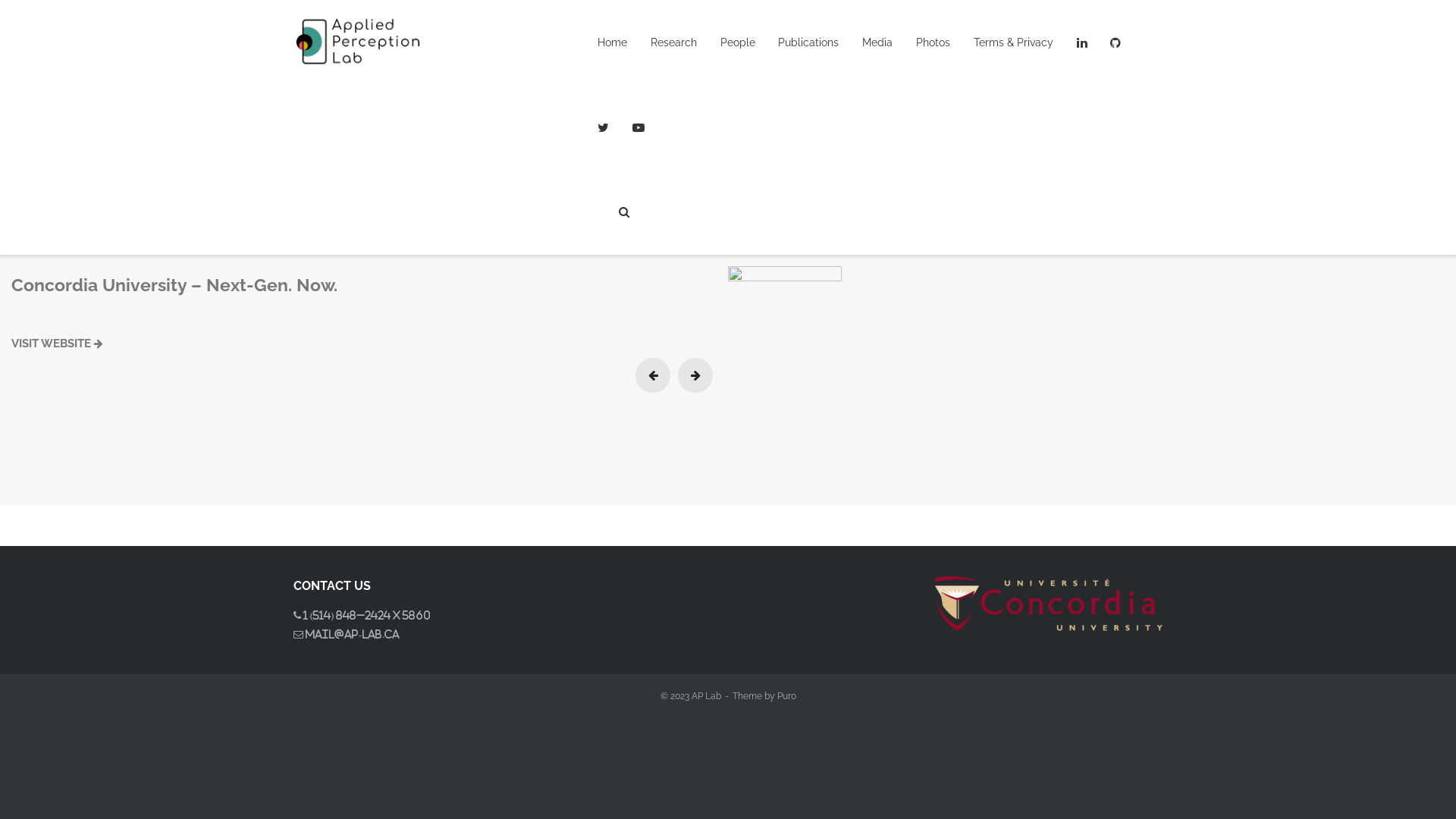  I want to click on 'mail@ap-lab.ca', so click(303, 634).